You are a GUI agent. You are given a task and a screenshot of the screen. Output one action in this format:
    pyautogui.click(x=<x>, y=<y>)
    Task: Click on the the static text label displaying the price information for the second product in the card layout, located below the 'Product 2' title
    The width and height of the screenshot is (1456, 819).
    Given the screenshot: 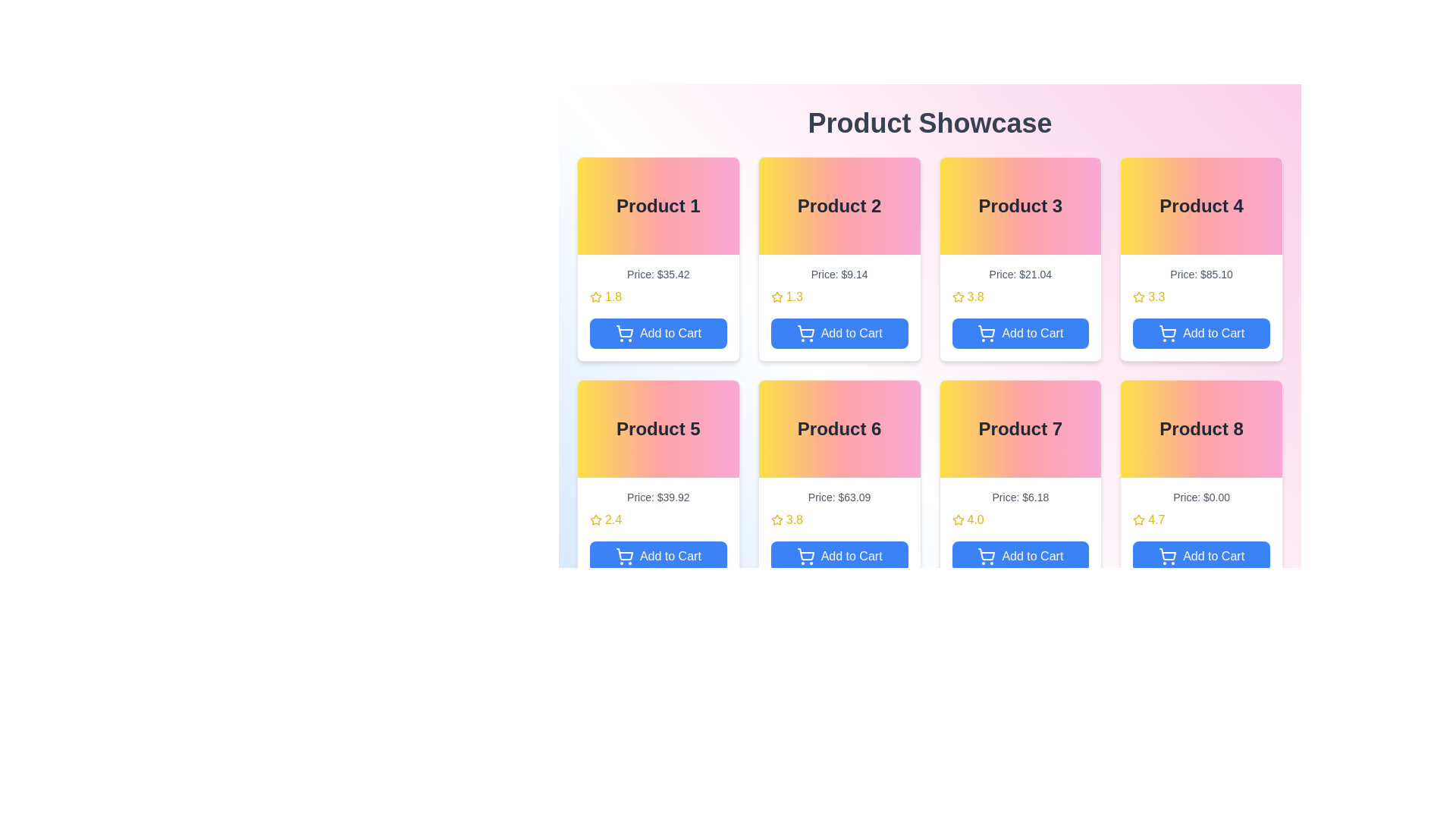 What is the action you would take?
    pyautogui.click(x=839, y=275)
    